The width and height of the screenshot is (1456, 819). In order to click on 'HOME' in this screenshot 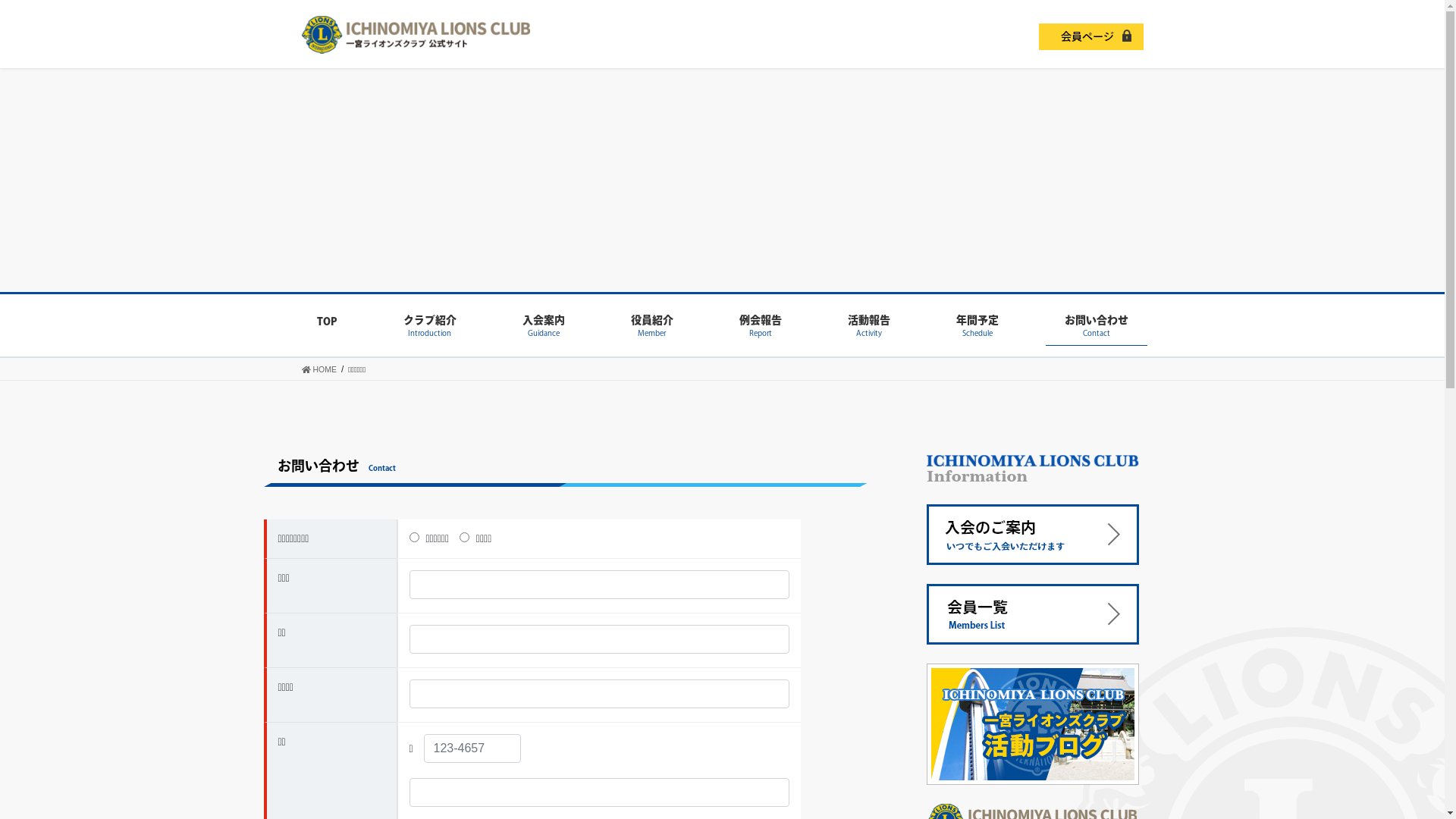, I will do `click(302, 369)`.